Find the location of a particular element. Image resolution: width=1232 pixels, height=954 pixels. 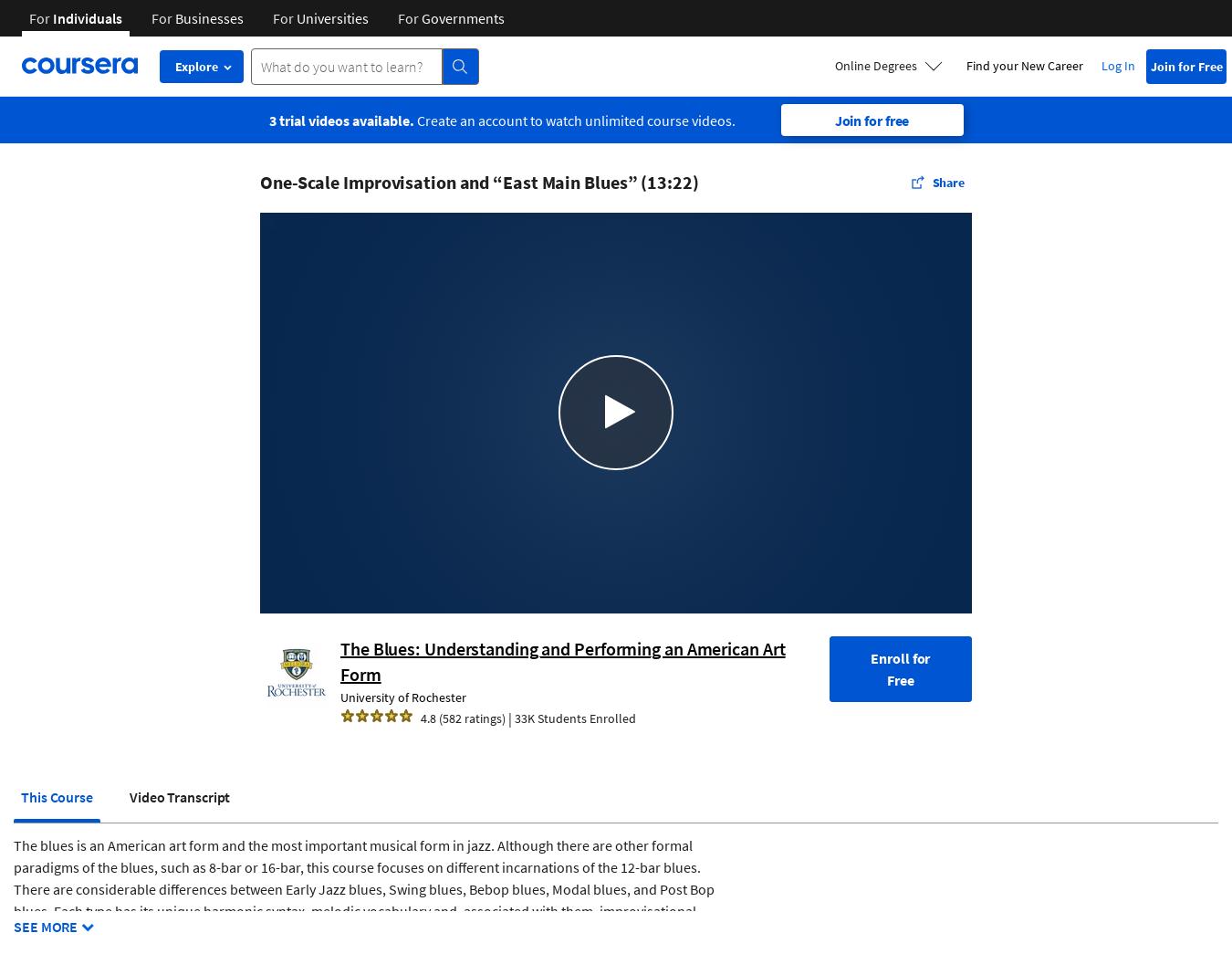

'4.8 (582 ratings)' is located at coordinates (462, 718).